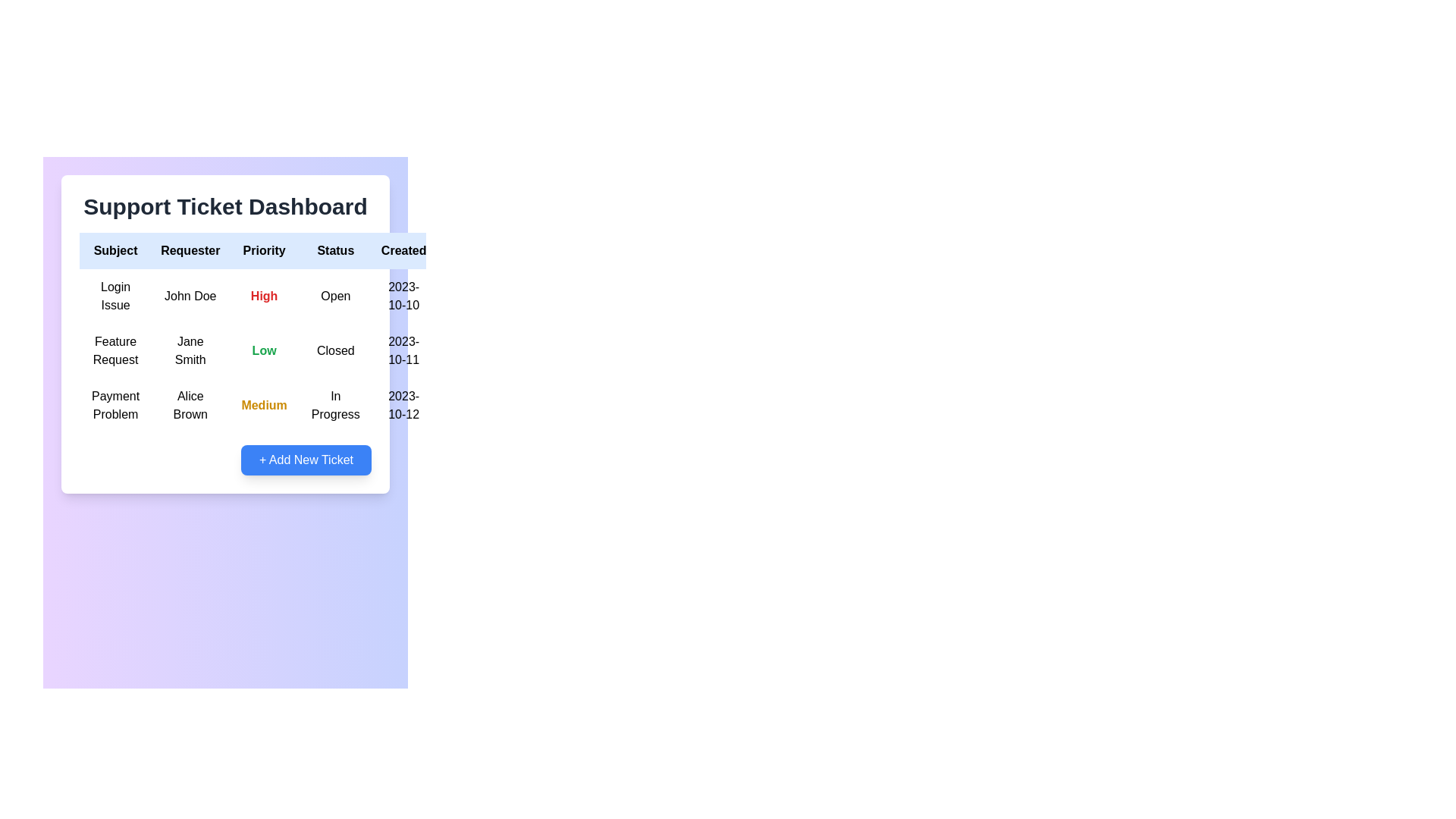 Image resolution: width=1456 pixels, height=819 pixels. I want to click on the 'Priority' text header in the Support Ticket Dashboard, which is the third header in a row of six, displaying bold black text on a light blue background, so click(264, 250).